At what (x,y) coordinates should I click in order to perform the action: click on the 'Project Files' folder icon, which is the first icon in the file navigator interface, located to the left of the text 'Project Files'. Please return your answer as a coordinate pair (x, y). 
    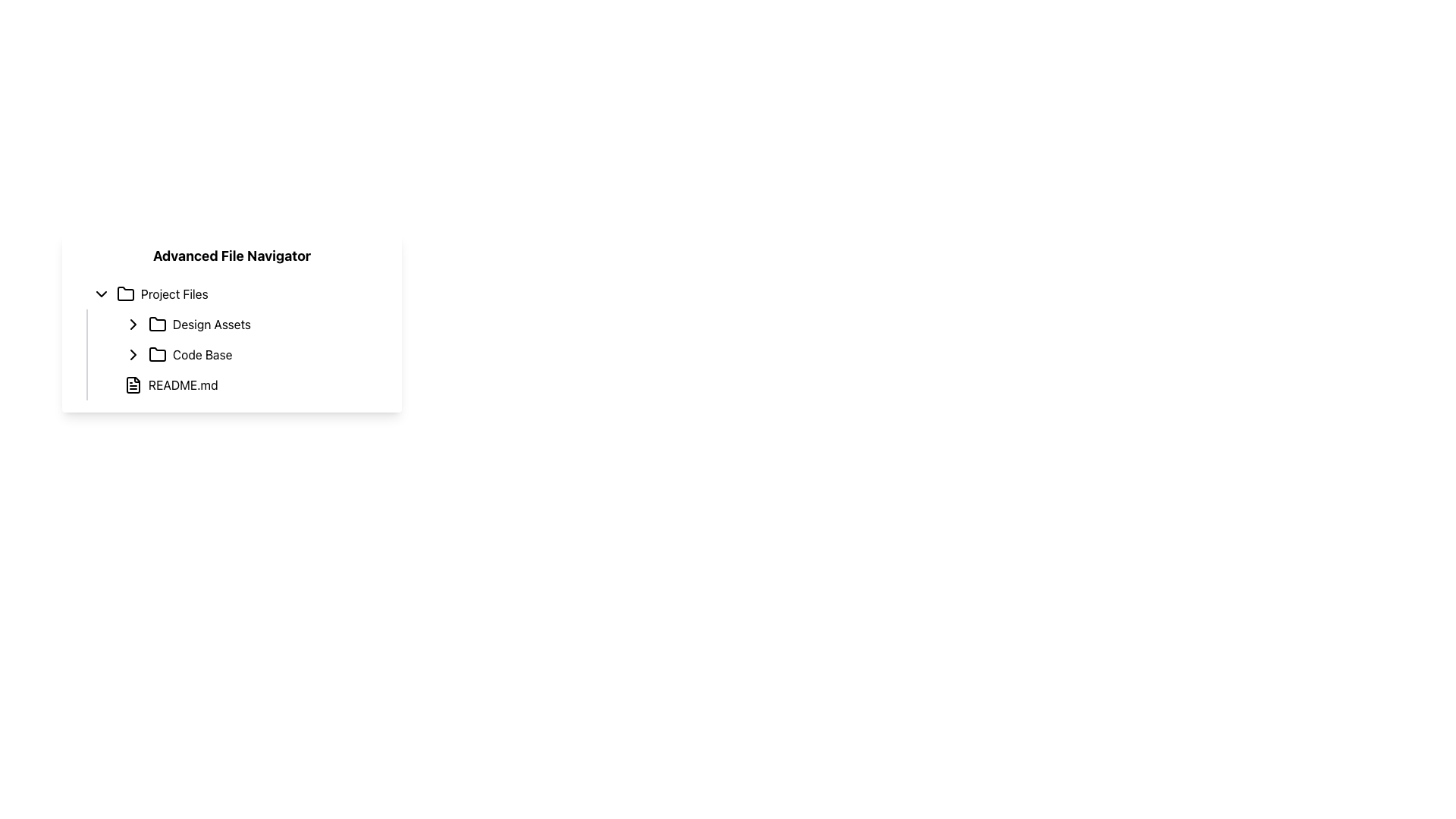
    Looking at the image, I should click on (126, 293).